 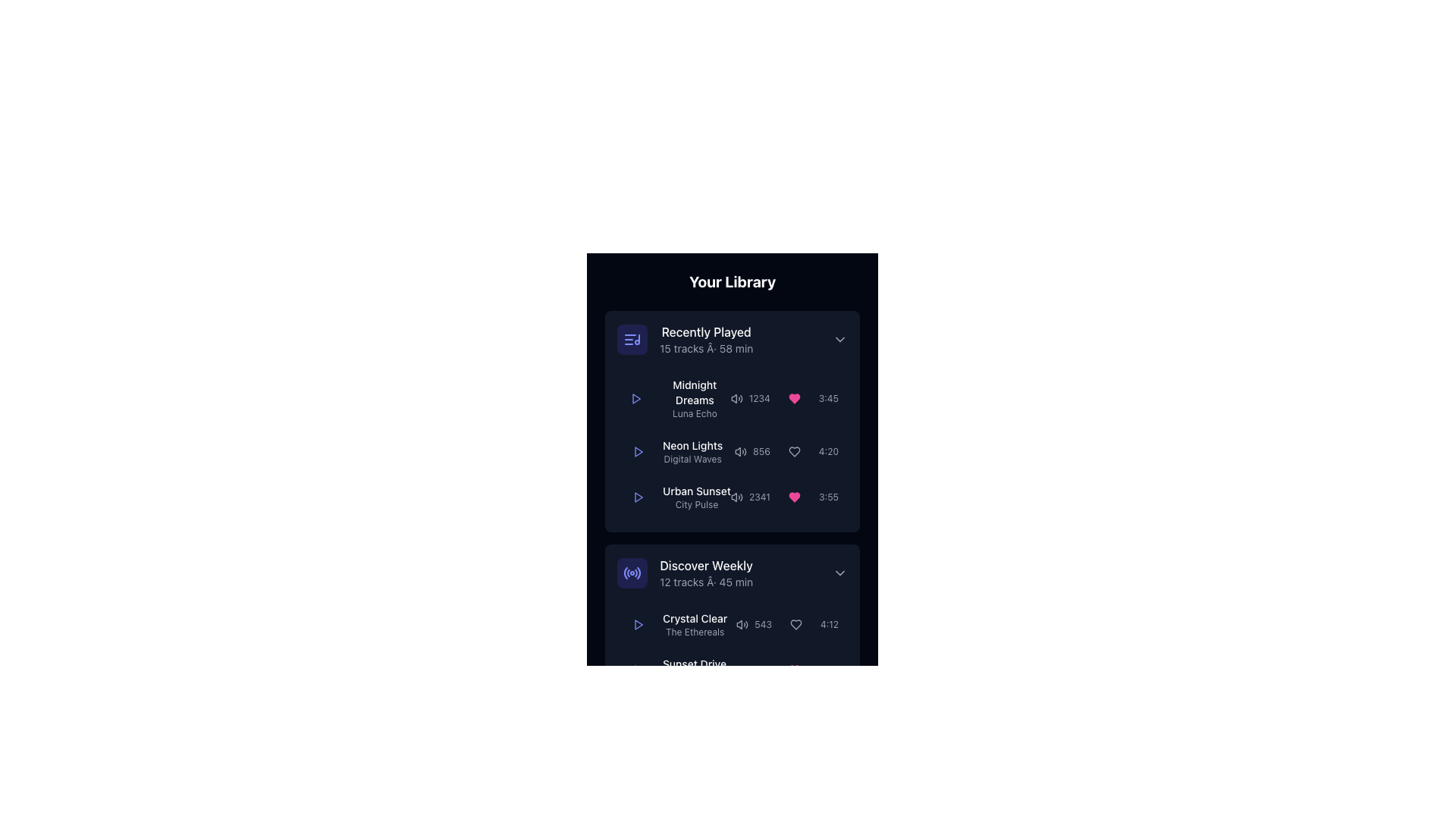 I want to click on the 'Crystal Clear' track item text, so click(x=676, y=625).